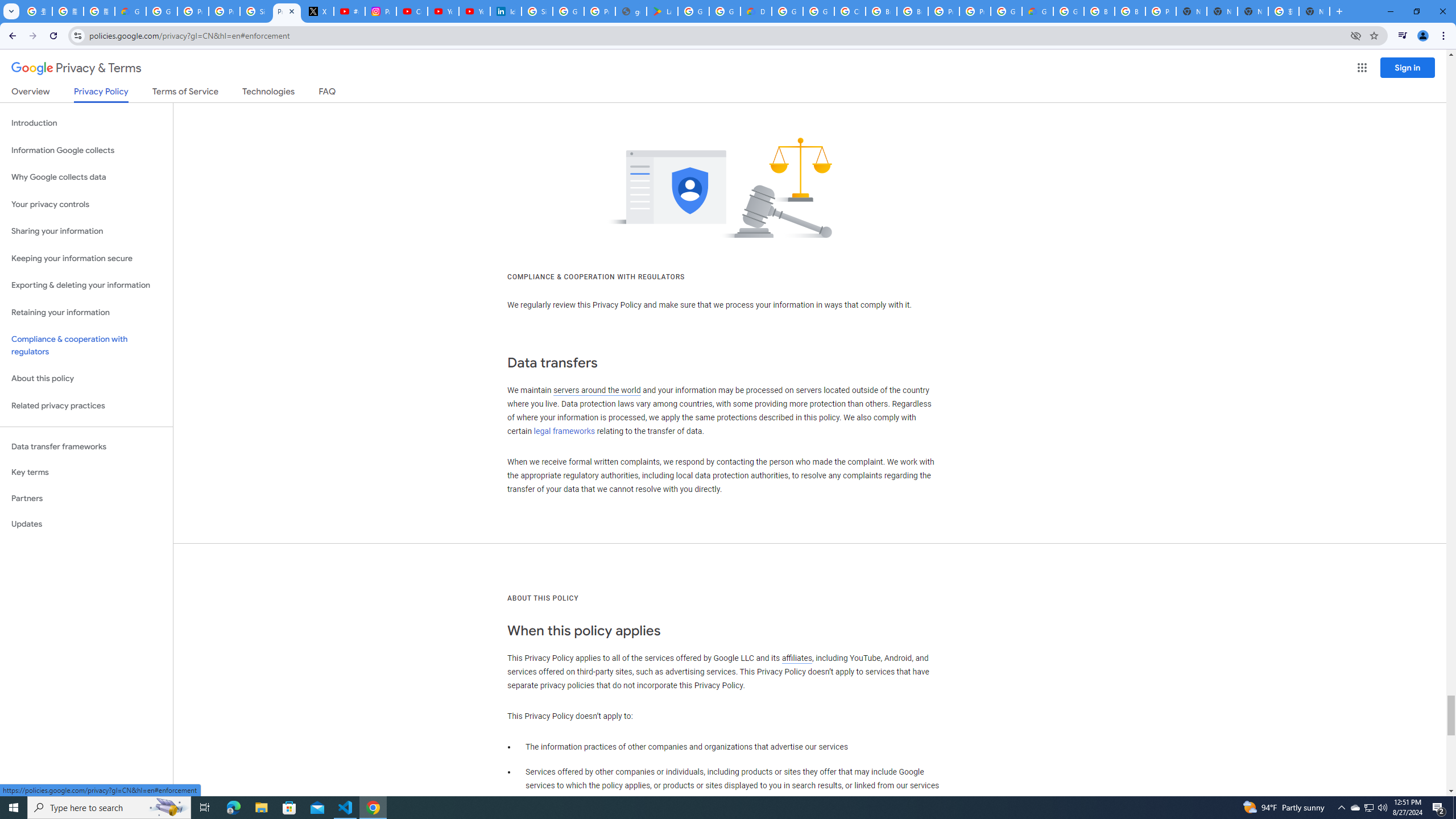 This screenshot has height=819, width=1456. Describe the element at coordinates (596, 390) in the screenshot. I see `'servers around the world'` at that location.